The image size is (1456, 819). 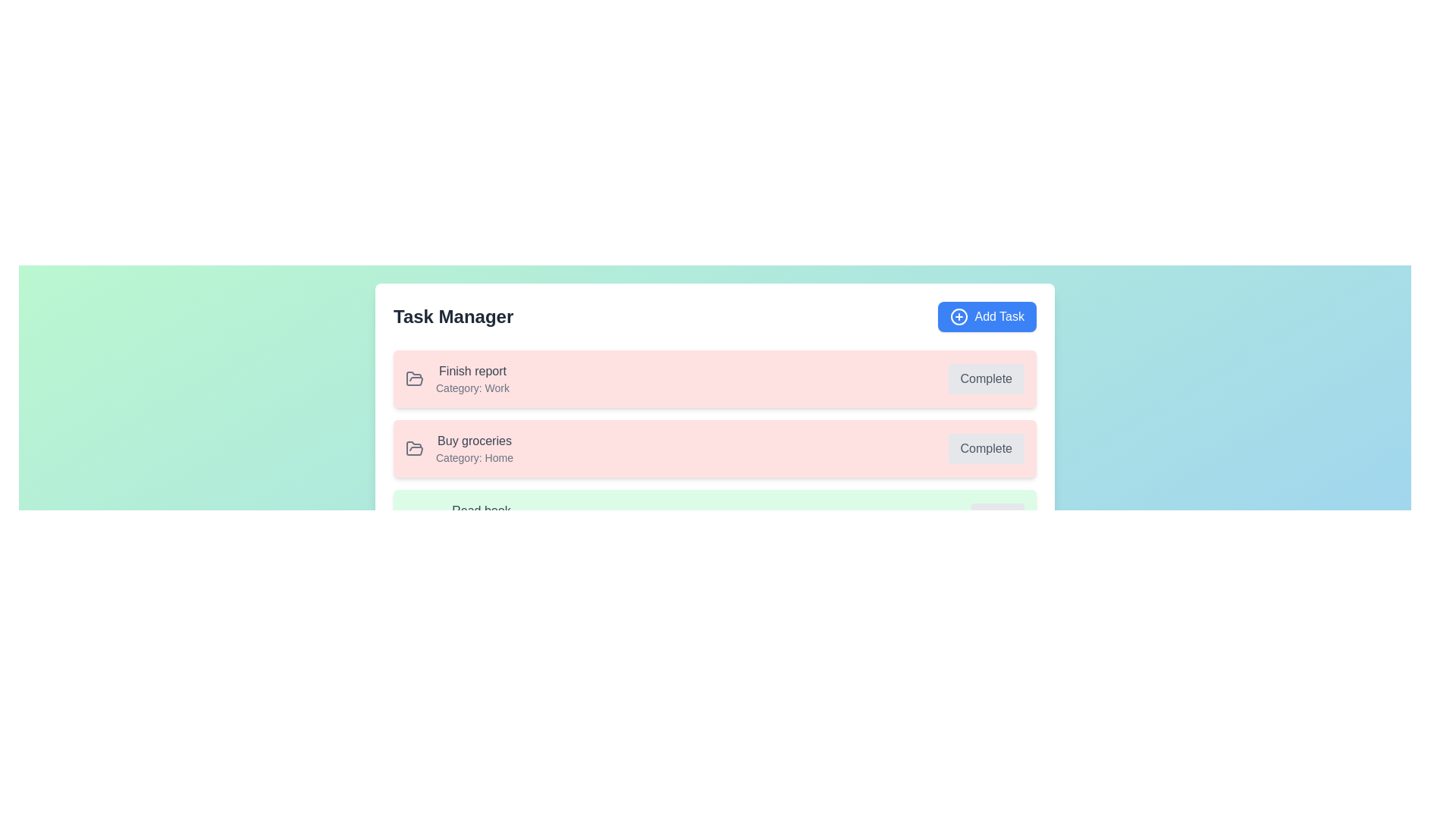 I want to click on the text label indicating the category for the 'Finish report' task, which is positioned directly beneath the title within the pink task card, so click(x=472, y=388).